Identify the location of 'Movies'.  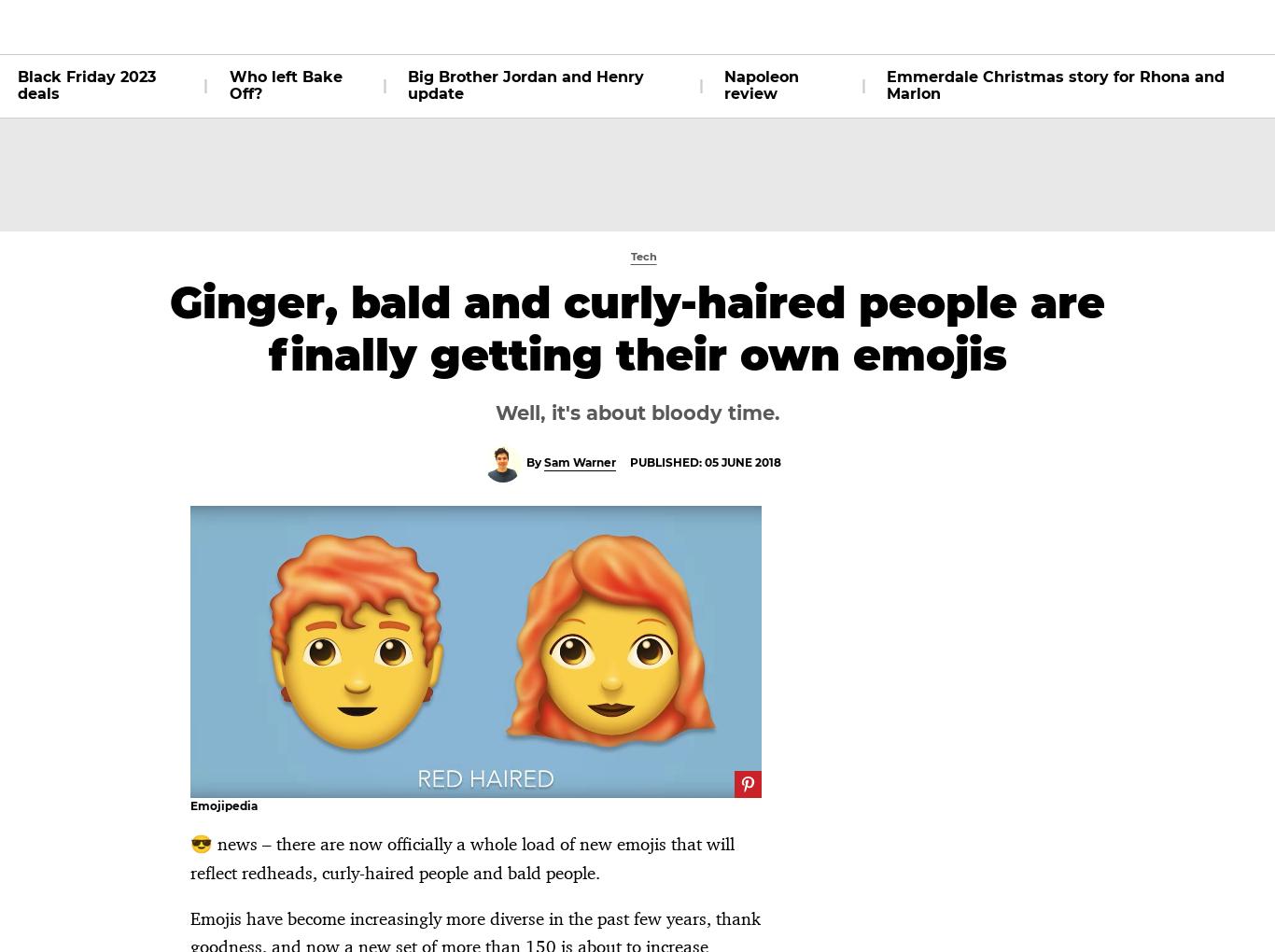
(378, 25).